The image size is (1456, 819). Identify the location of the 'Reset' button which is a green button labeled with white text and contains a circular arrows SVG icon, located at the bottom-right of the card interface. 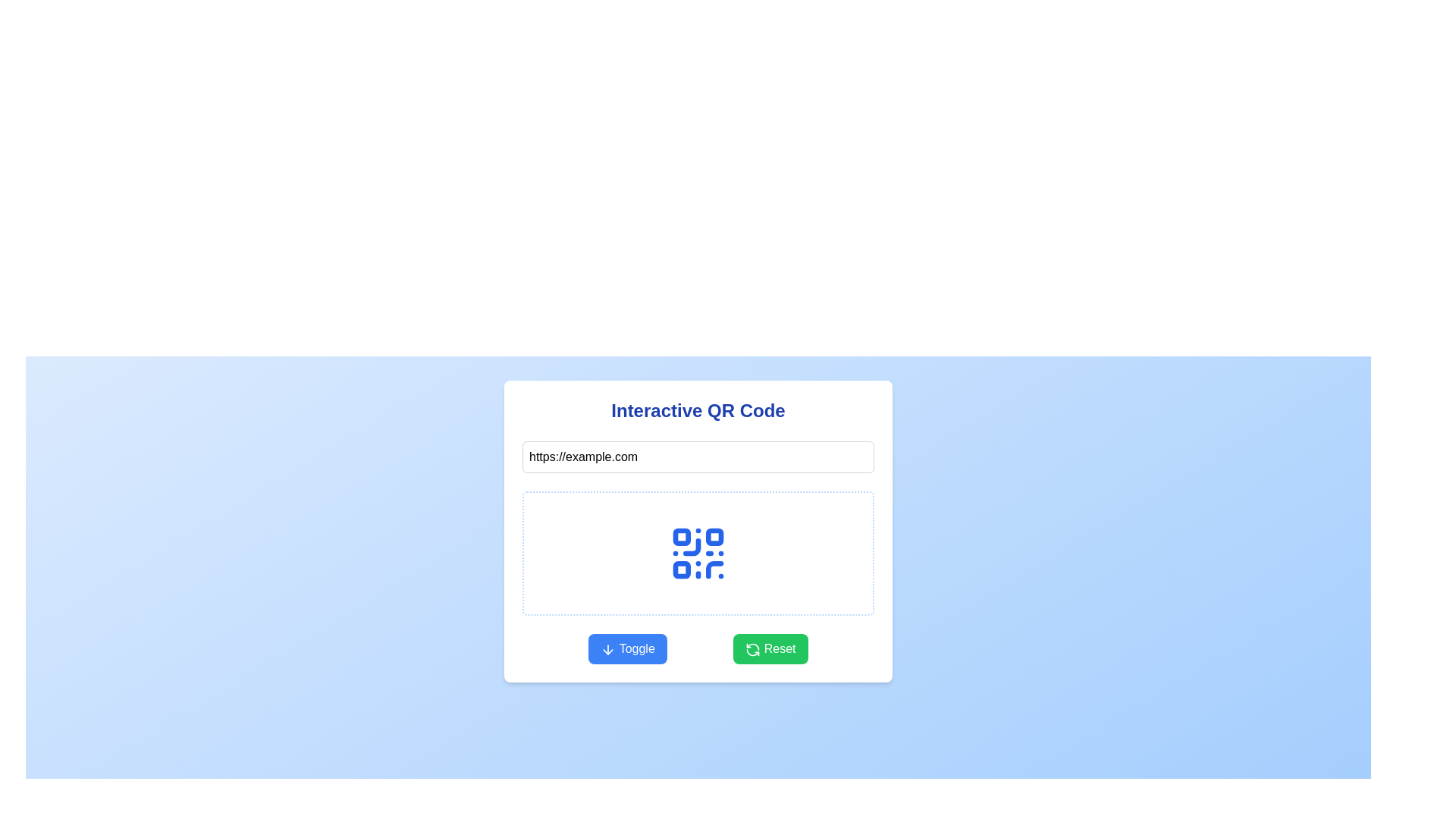
(753, 648).